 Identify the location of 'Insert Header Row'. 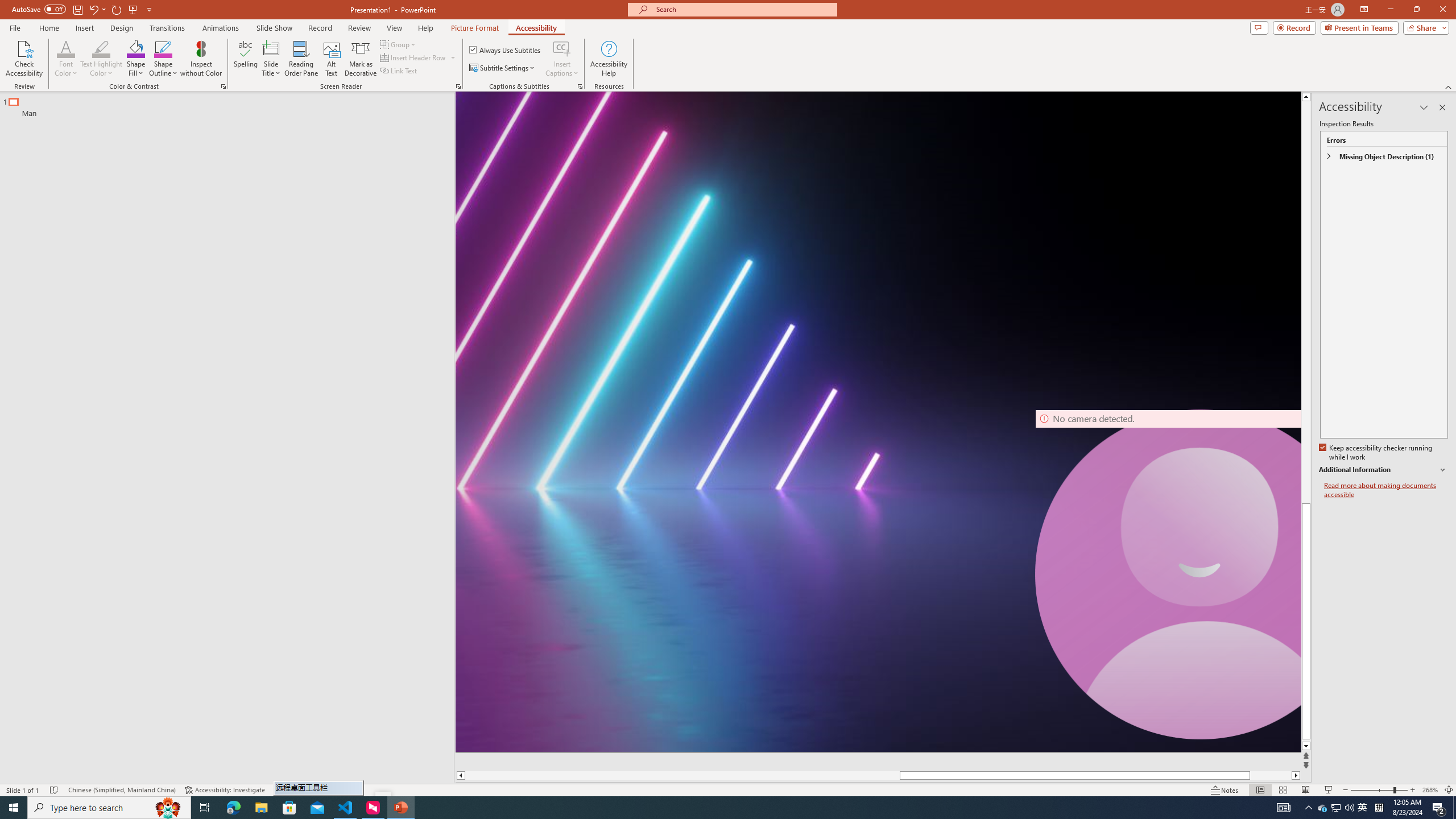
(418, 56).